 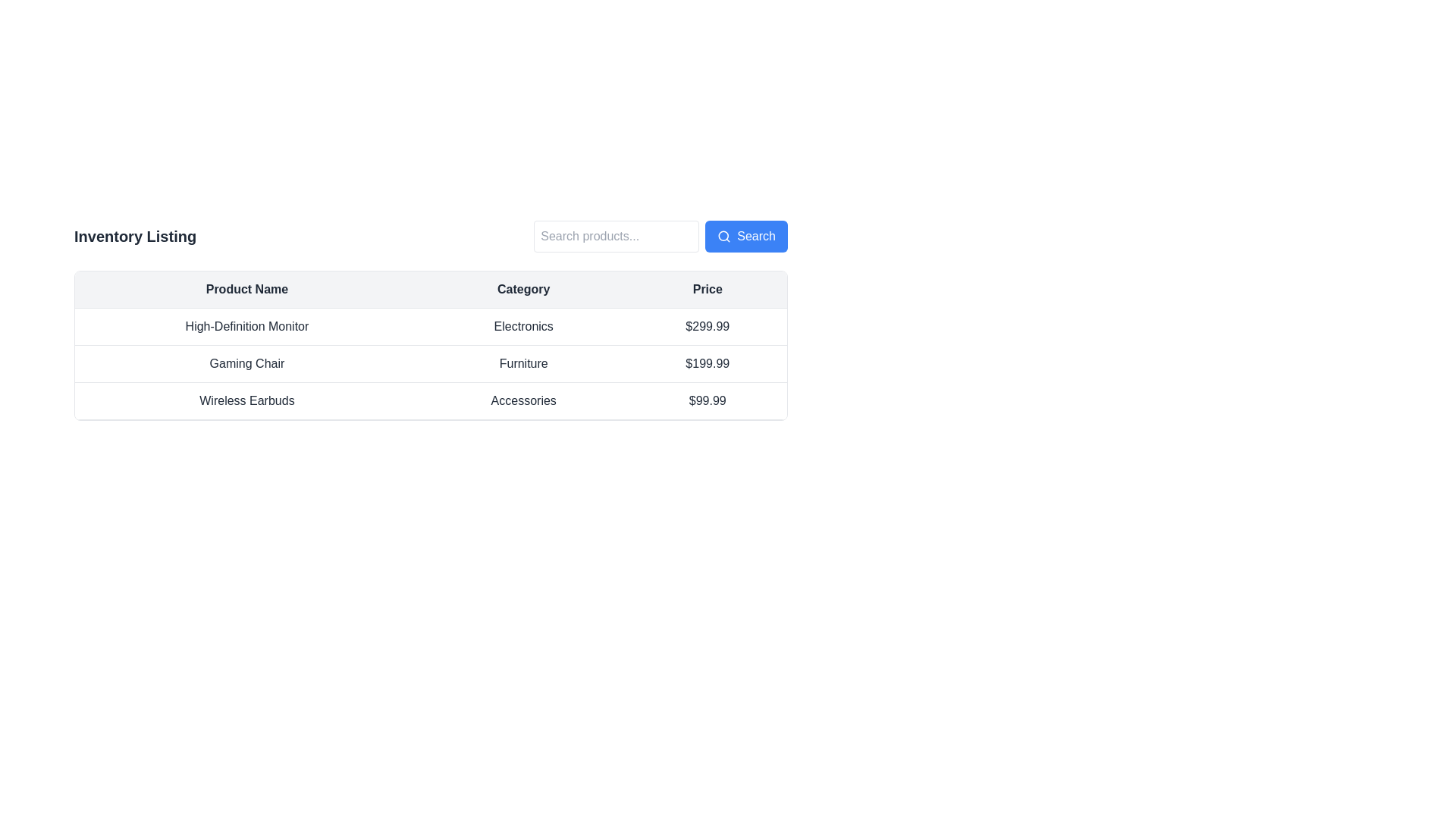 I want to click on the second row of the product table, which contains details about 'Gaming Chair', so click(x=430, y=345).